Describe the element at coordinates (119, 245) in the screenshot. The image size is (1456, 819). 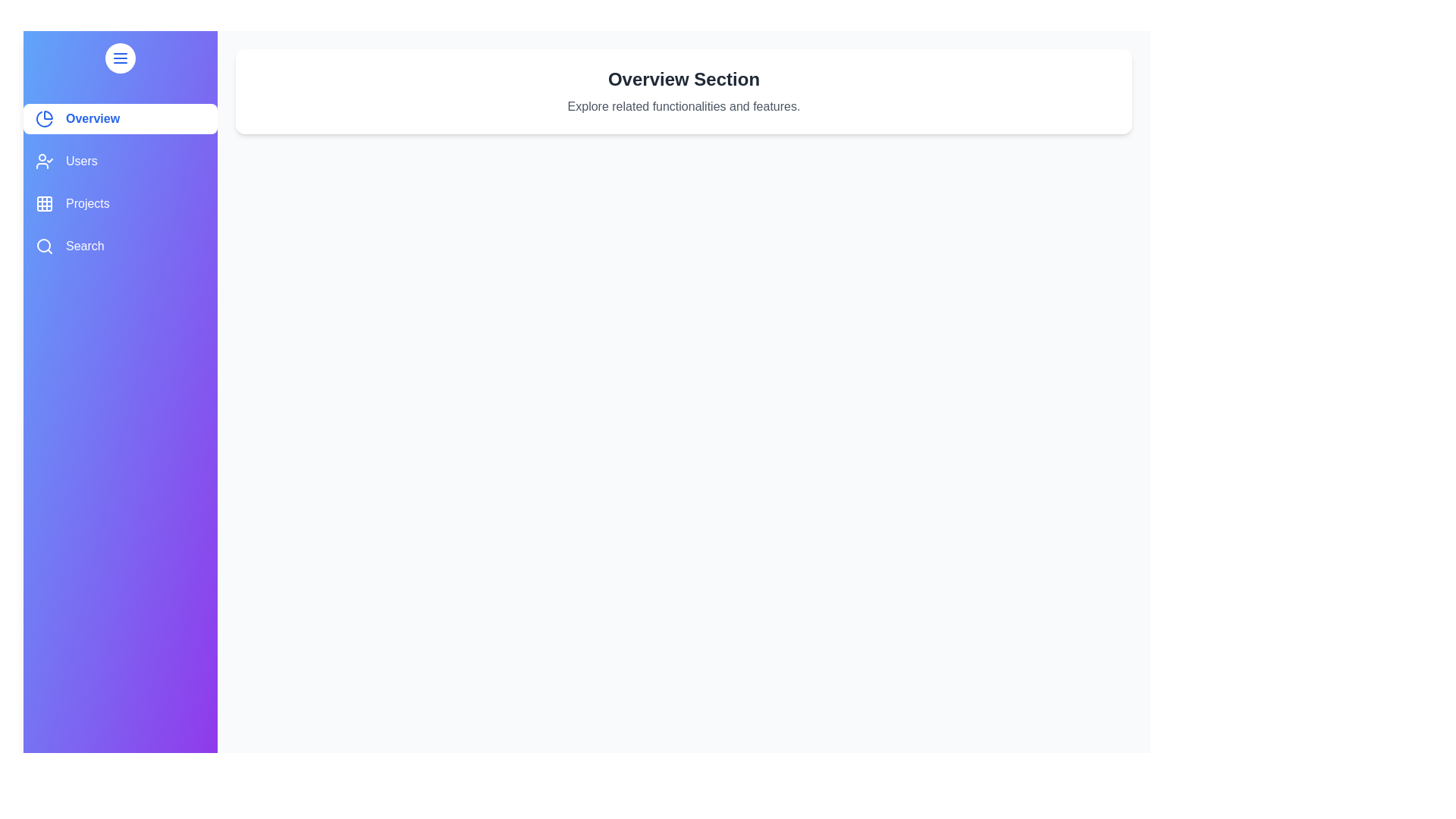
I see `the Search tab in the sidebar to select it` at that location.